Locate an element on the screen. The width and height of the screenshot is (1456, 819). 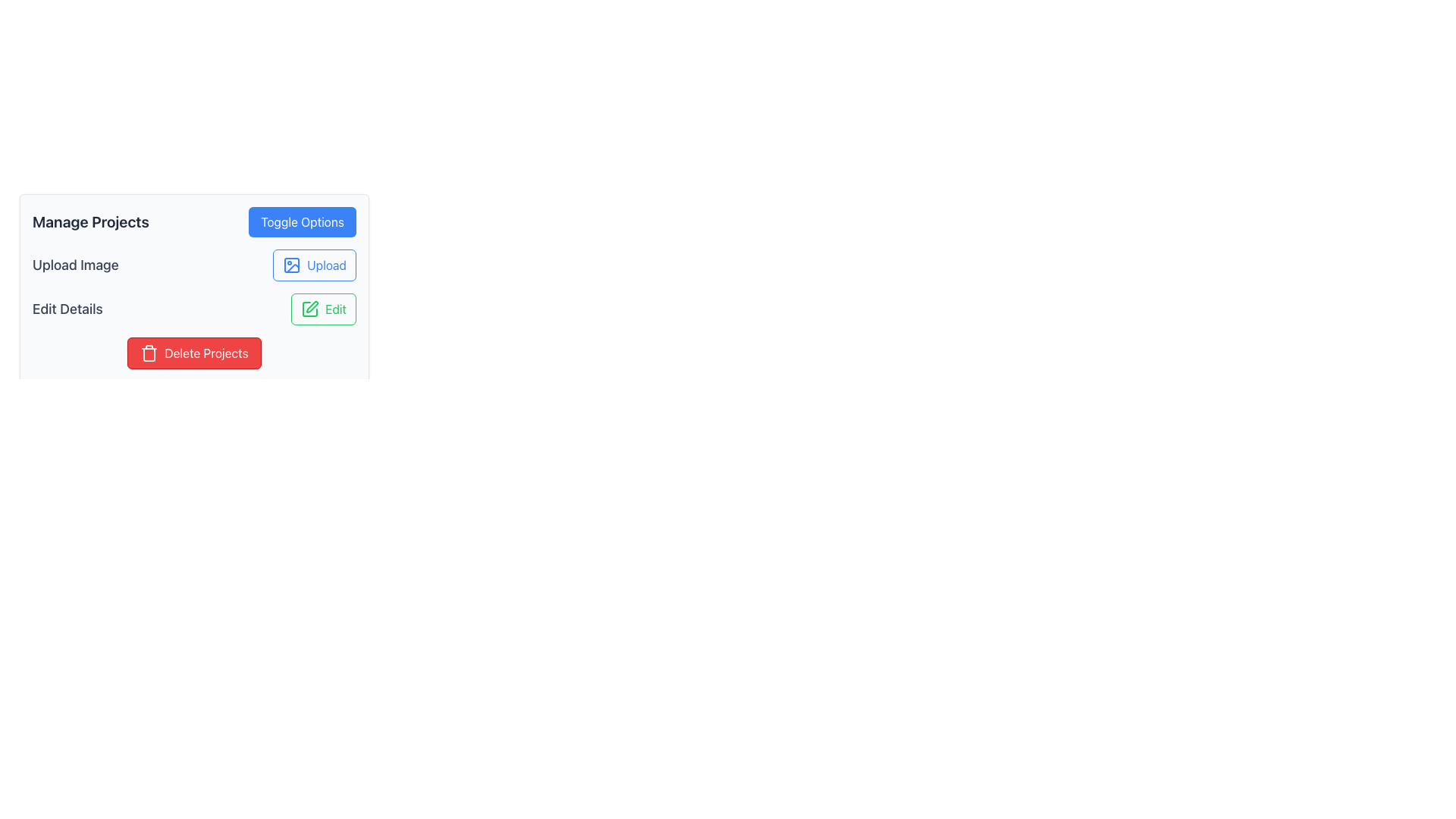
the rectangular button labeled 'Toggle Options' with a blue background and white text is located at coordinates (302, 222).